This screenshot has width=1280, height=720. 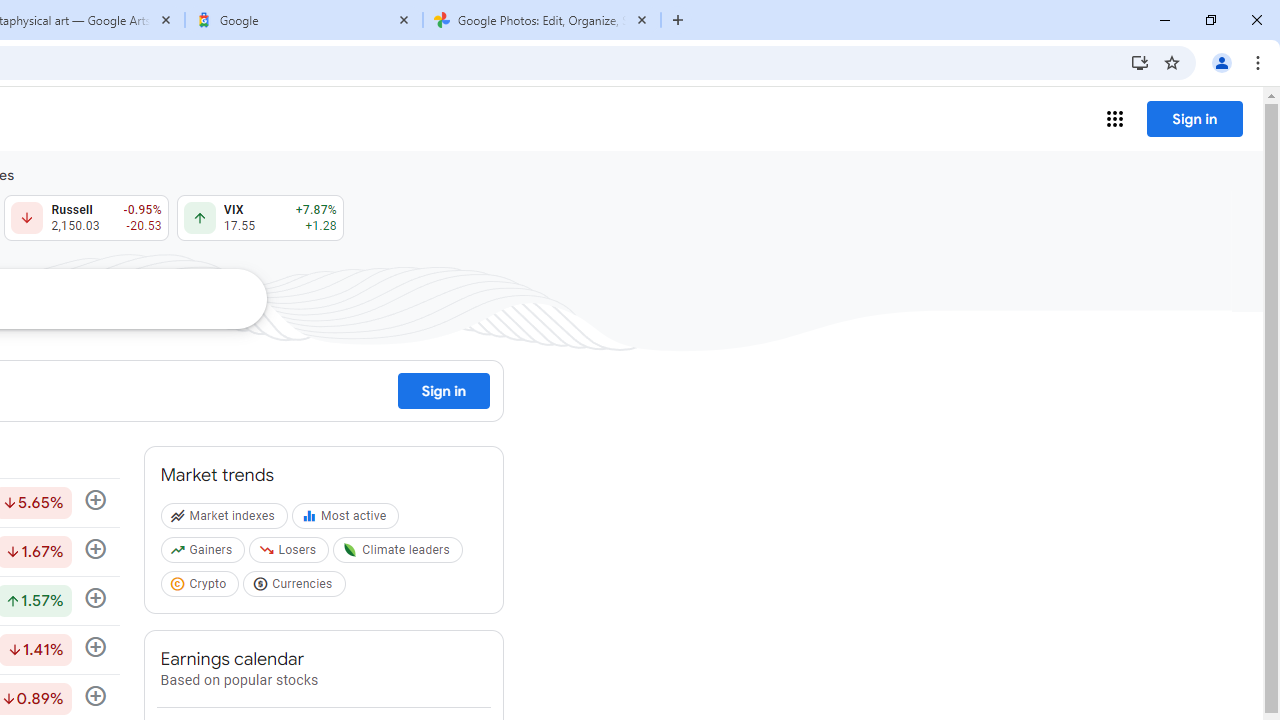 I want to click on 'Losers', so click(x=290, y=554).